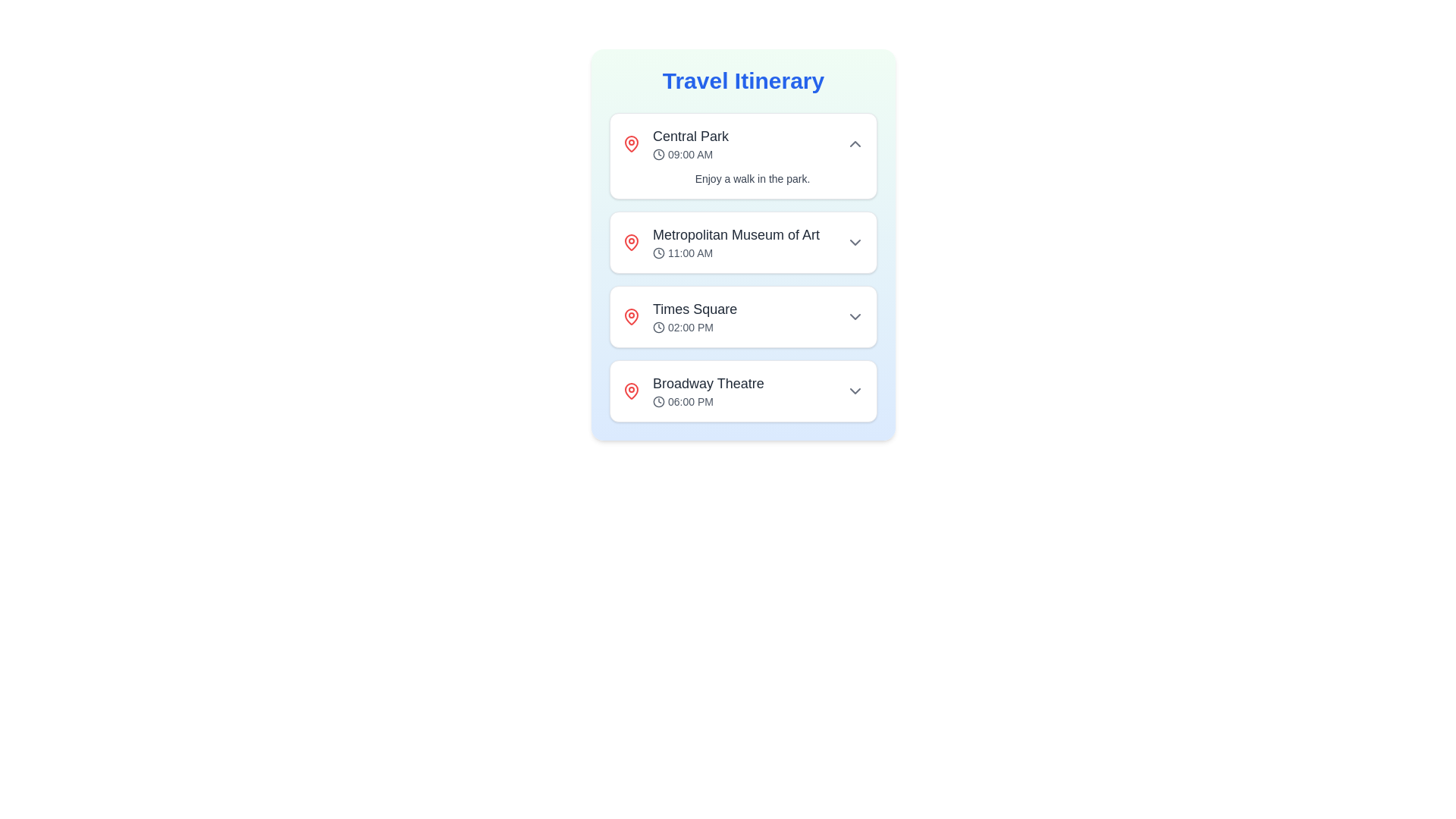 The image size is (1456, 819). What do you see at coordinates (743, 242) in the screenshot?
I see `the time of the itinerary entry for 'Metropolitan Museum of Art'` at bounding box center [743, 242].